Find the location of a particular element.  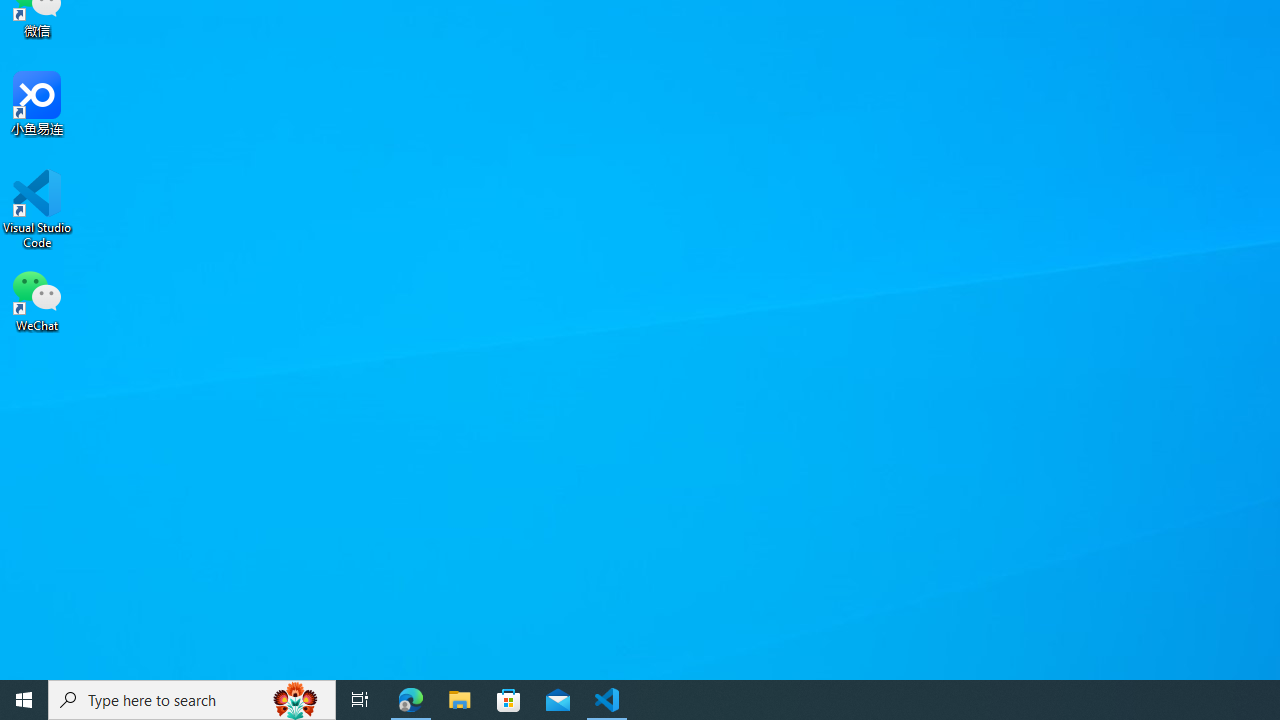

'WeChat' is located at coordinates (37, 299).